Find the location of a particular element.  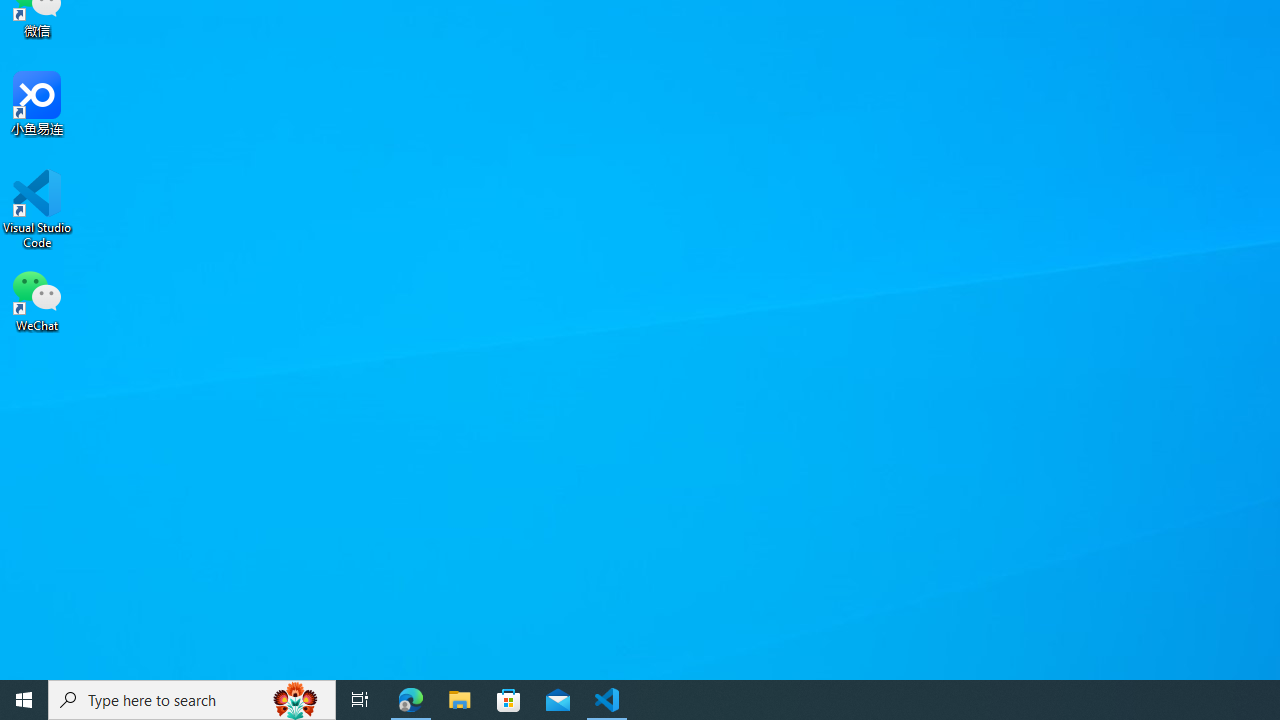

'WeChat' is located at coordinates (37, 299).